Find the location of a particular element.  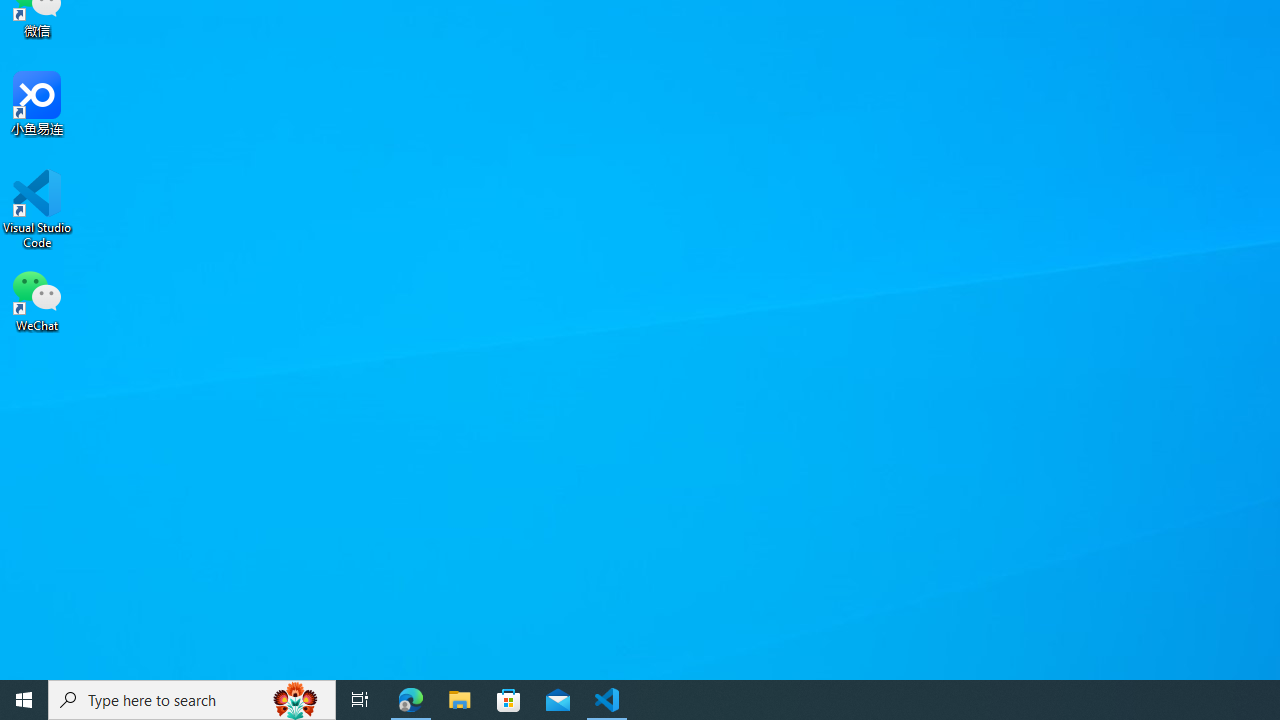

'WeChat' is located at coordinates (37, 299).